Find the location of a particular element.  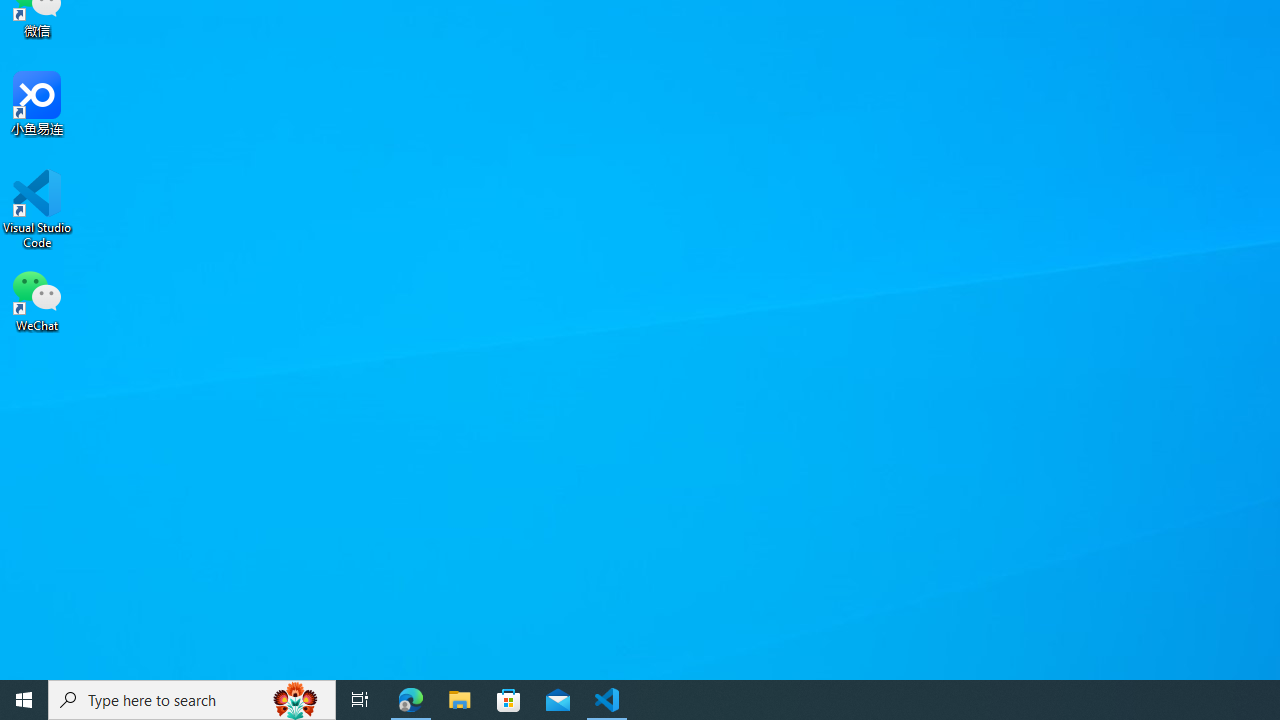

'WeChat' is located at coordinates (37, 299).